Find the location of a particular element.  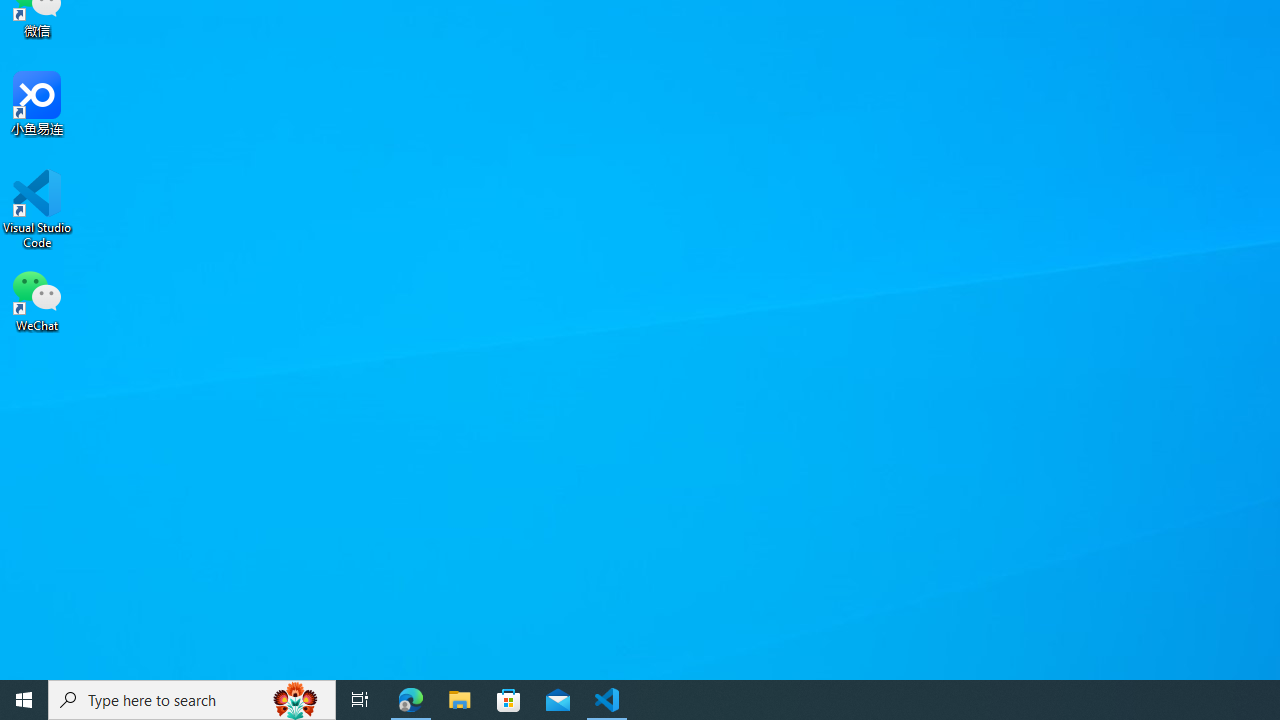

'WeChat' is located at coordinates (37, 299).